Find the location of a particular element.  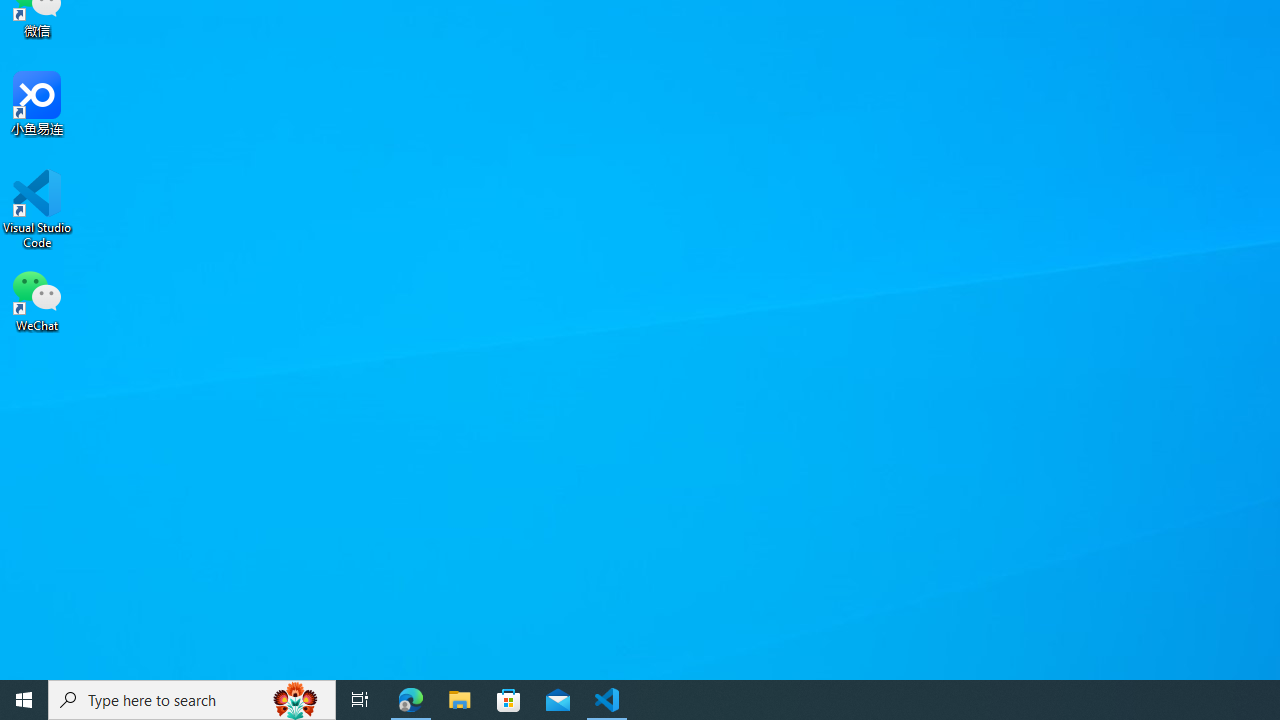

'WeChat' is located at coordinates (37, 299).